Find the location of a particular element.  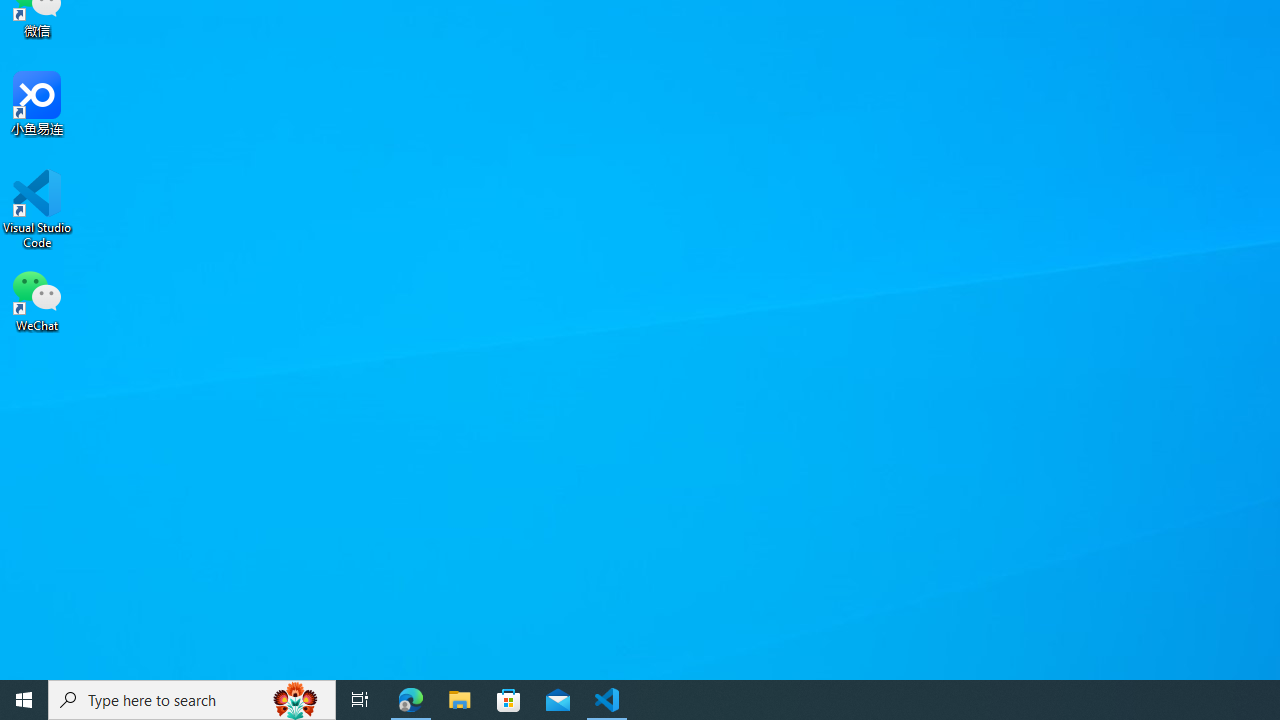

'WeChat' is located at coordinates (37, 299).